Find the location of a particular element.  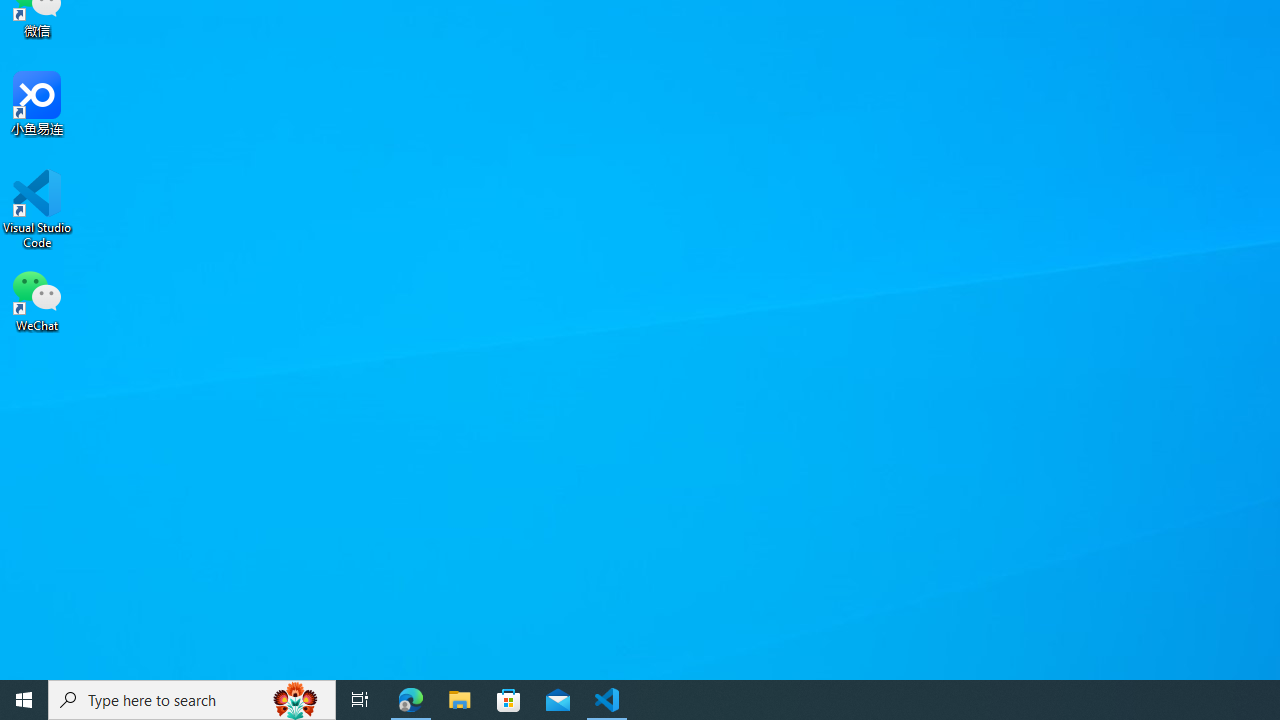

'WeChat' is located at coordinates (37, 299).